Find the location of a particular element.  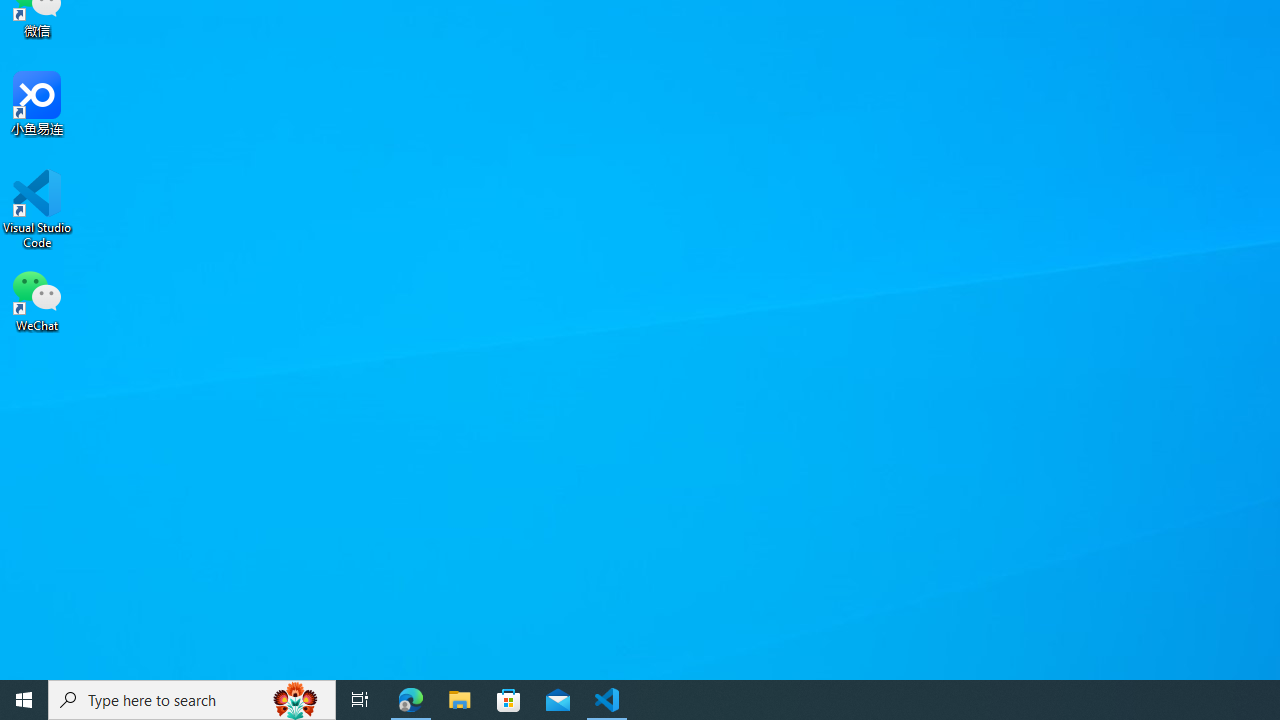

'WeChat' is located at coordinates (37, 299).